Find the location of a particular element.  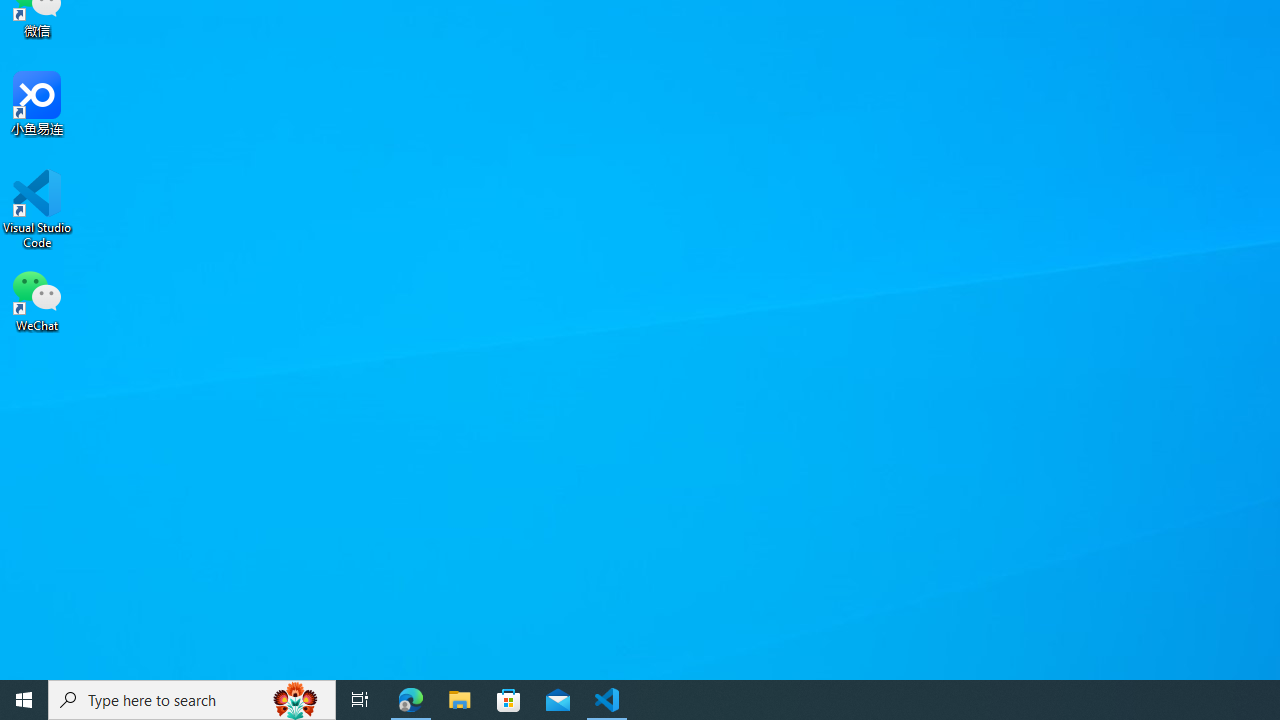

'WeChat' is located at coordinates (37, 299).